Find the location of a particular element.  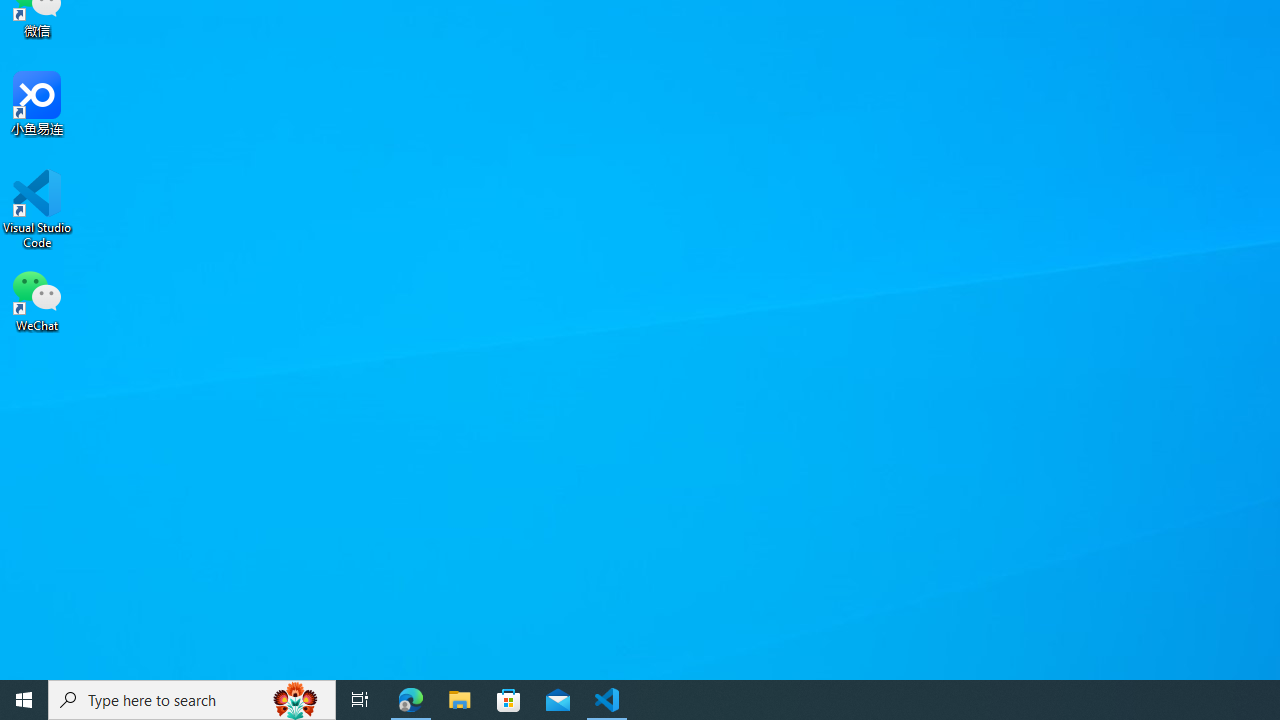

'WeChat' is located at coordinates (37, 299).